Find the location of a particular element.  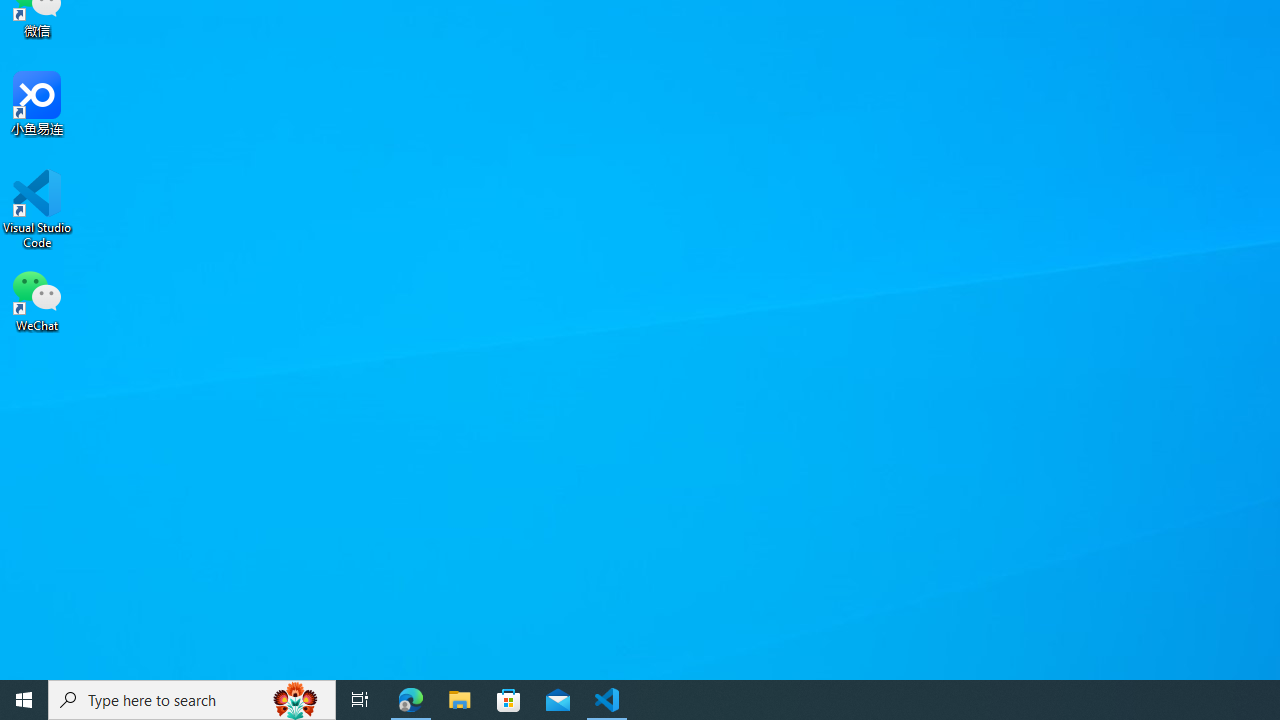

'WeChat' is located at coordinates (37, 299).